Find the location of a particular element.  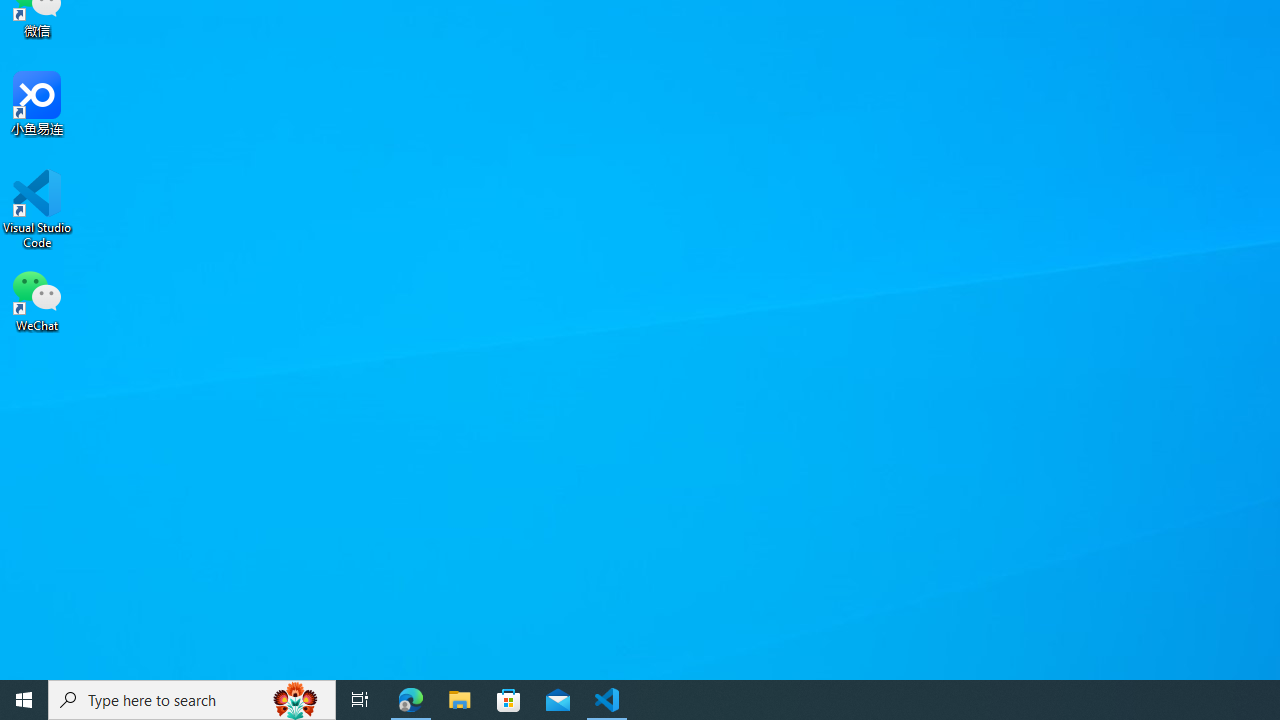

'WeChat' is located at coordinates (37, 299).